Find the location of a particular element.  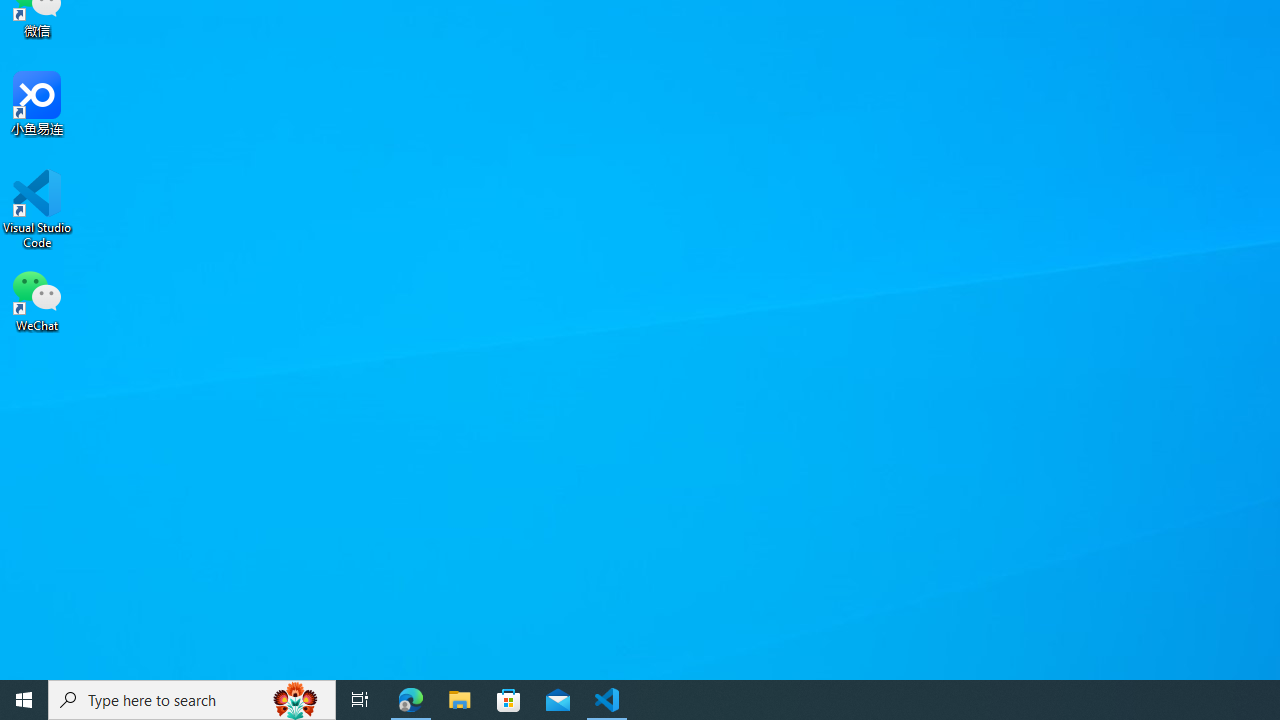

'WeChat' is located at coordinates (37, 299).